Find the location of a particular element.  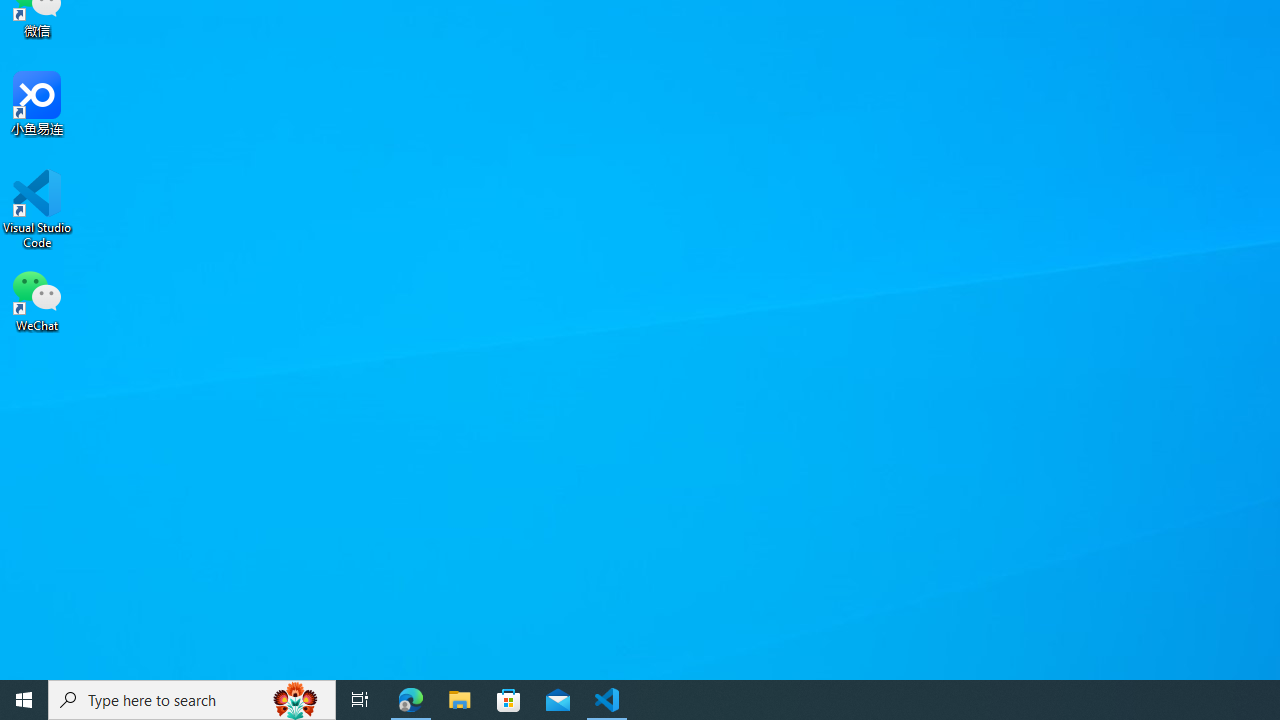

'WeChat' is located at coordinates (37, 299).